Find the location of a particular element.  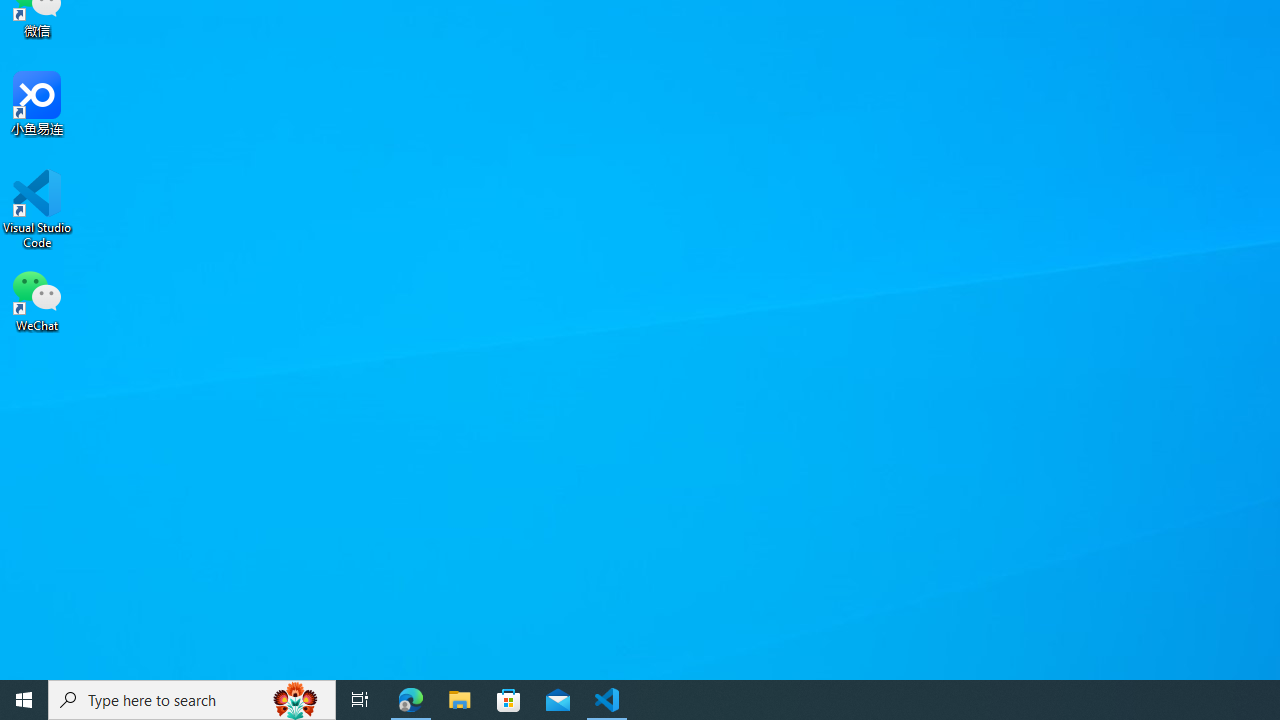

'WeChat' is located at coordinates (37, 299).